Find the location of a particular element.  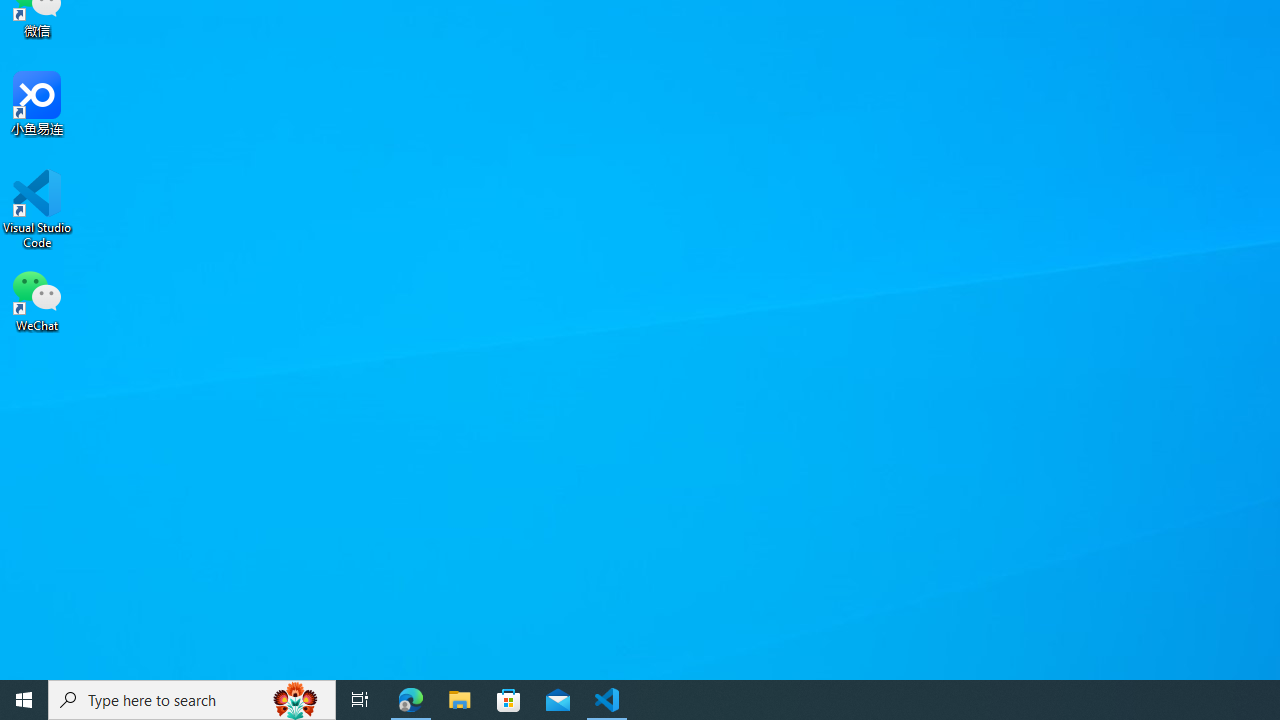

'WeChat' is located at coordinates (37, 299).